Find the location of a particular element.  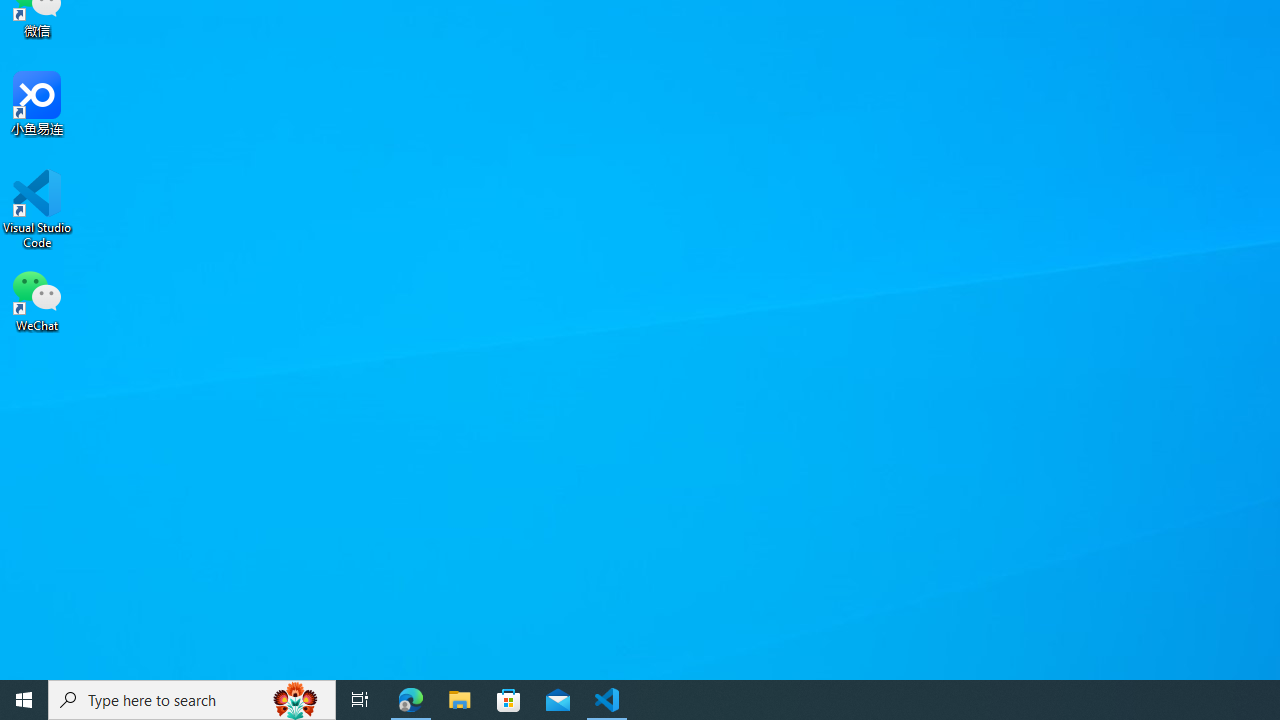

'WeChat' is located at coordinates (37, 299).